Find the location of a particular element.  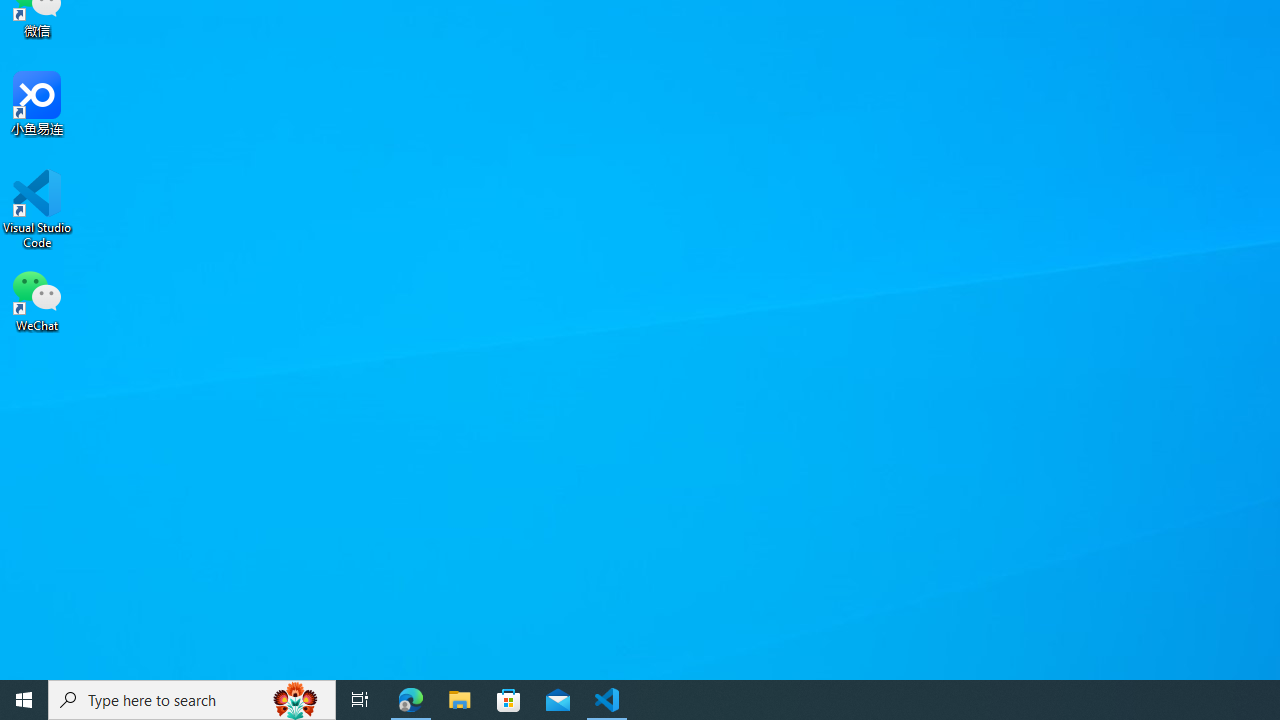

'WeChat' is located at coordinates (37, 299).